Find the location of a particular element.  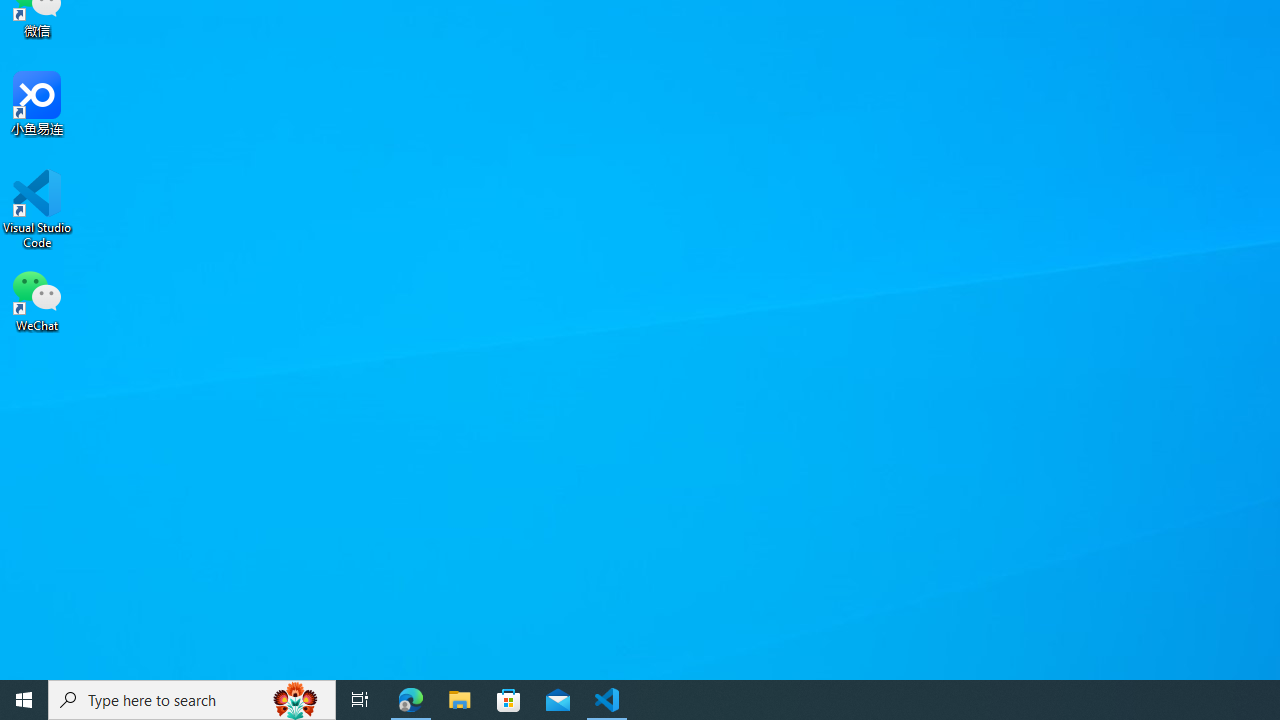

'WeChat' is located at coordinates (37, 299).